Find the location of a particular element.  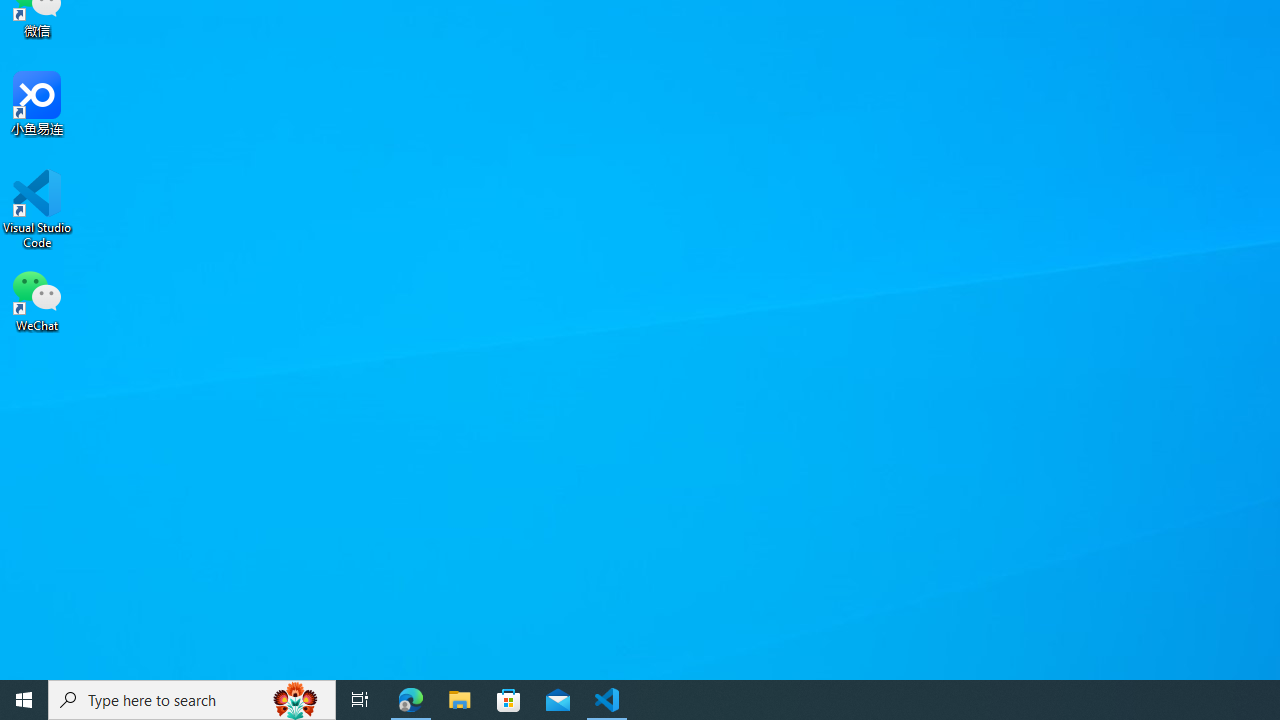

'WeChat' is located at coordinates (37, 299).